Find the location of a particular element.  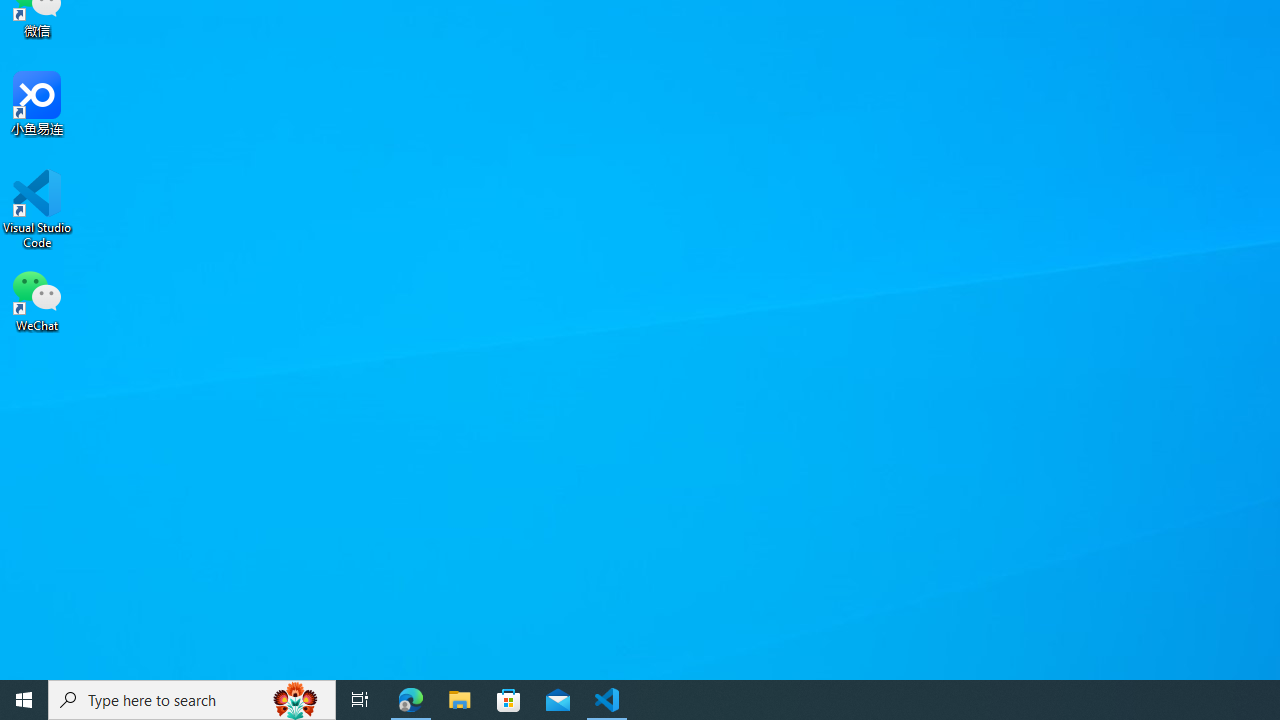

'WeChat' is located at coordinates (37, 299).